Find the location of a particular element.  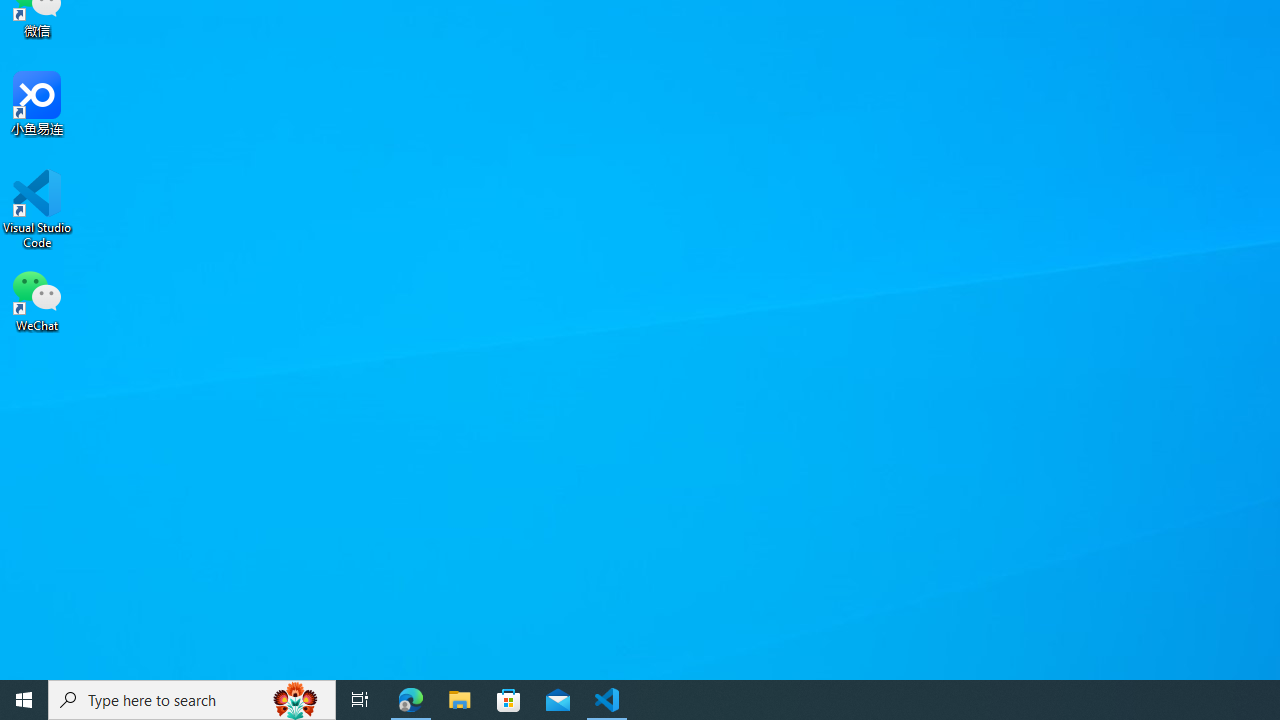

'WeChat' is located at coordinates (37, 299).